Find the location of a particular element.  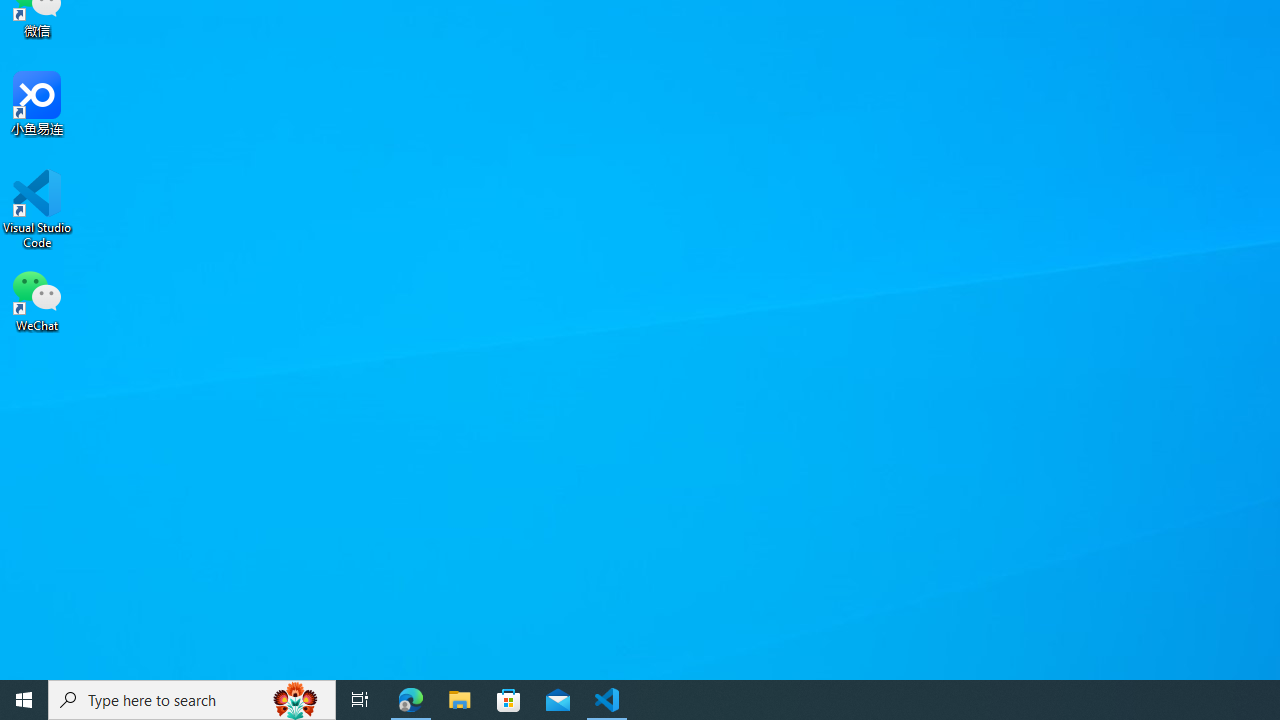

'WeChat' is located at coordinates (37, 299).